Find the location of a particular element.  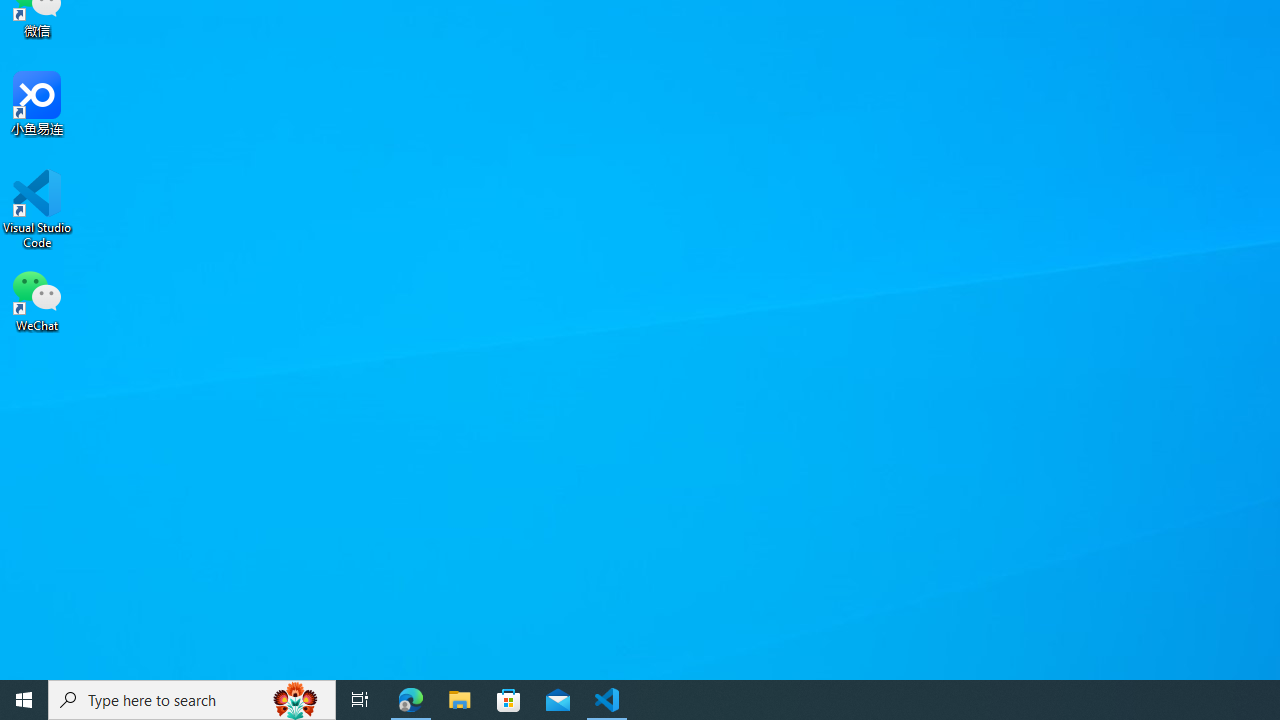

'WeChat' is located at coordinates (37, 299).